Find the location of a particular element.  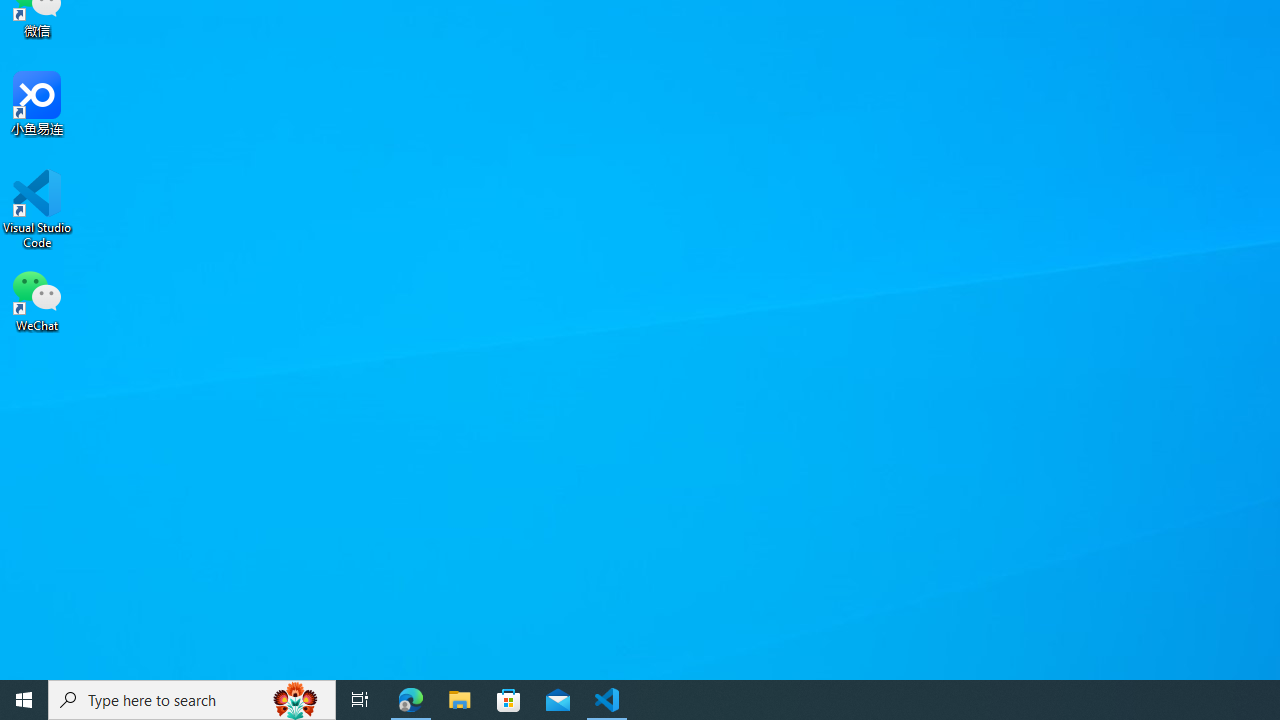

'WeChat' is located at coordinates (37, 299).